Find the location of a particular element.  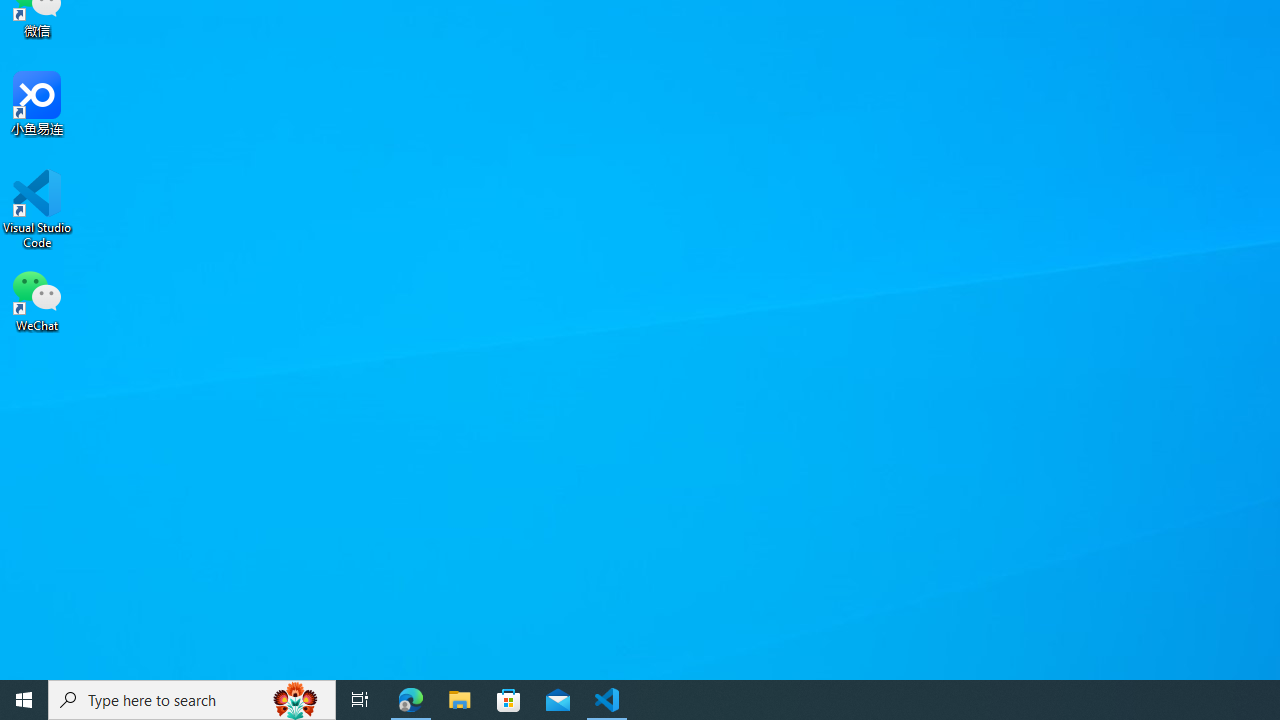

'WeChat' is located at coordinates (37, 299).